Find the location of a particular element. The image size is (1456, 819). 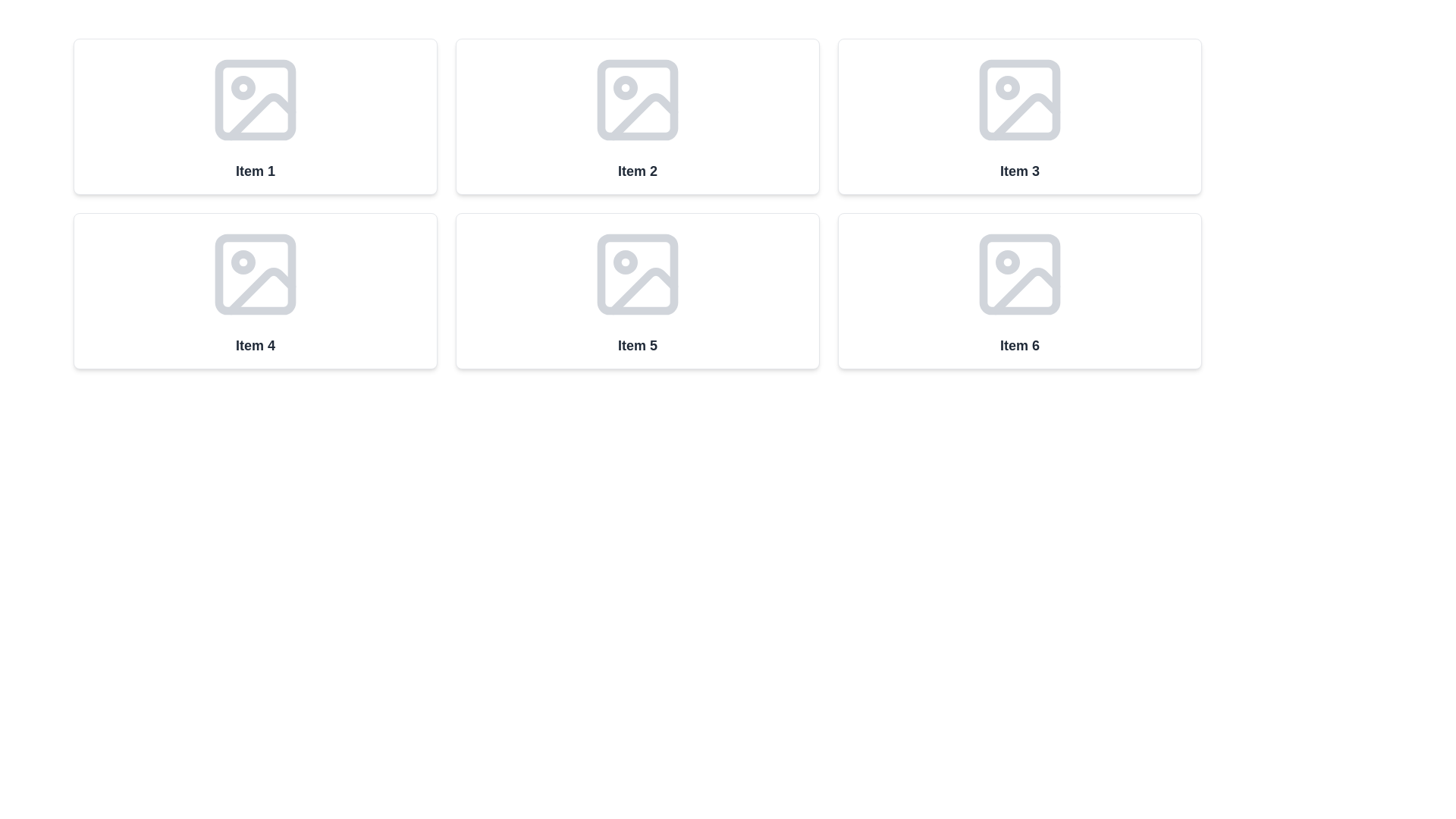

the Text label that indicates the identifier or description of the card, located in the second row, third column of a two-row grid view is located at coordinates (637, 345).